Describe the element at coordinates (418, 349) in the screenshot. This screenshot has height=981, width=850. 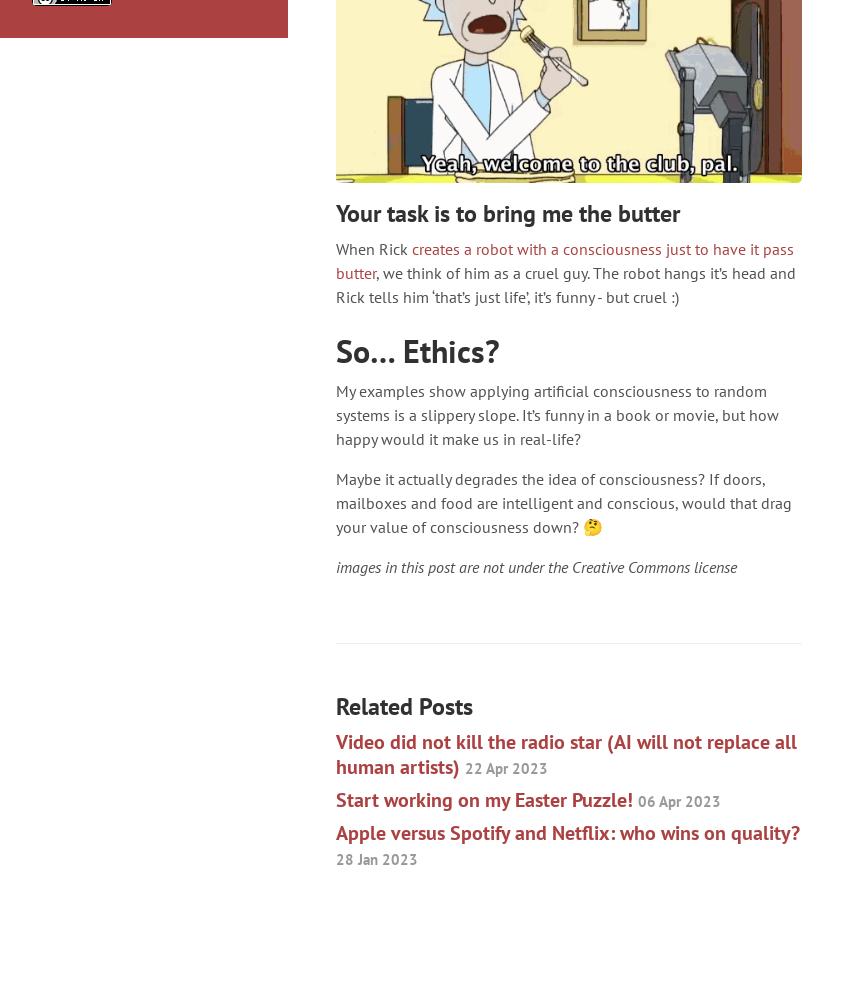
I see `'So… Ethics?'` at that location.